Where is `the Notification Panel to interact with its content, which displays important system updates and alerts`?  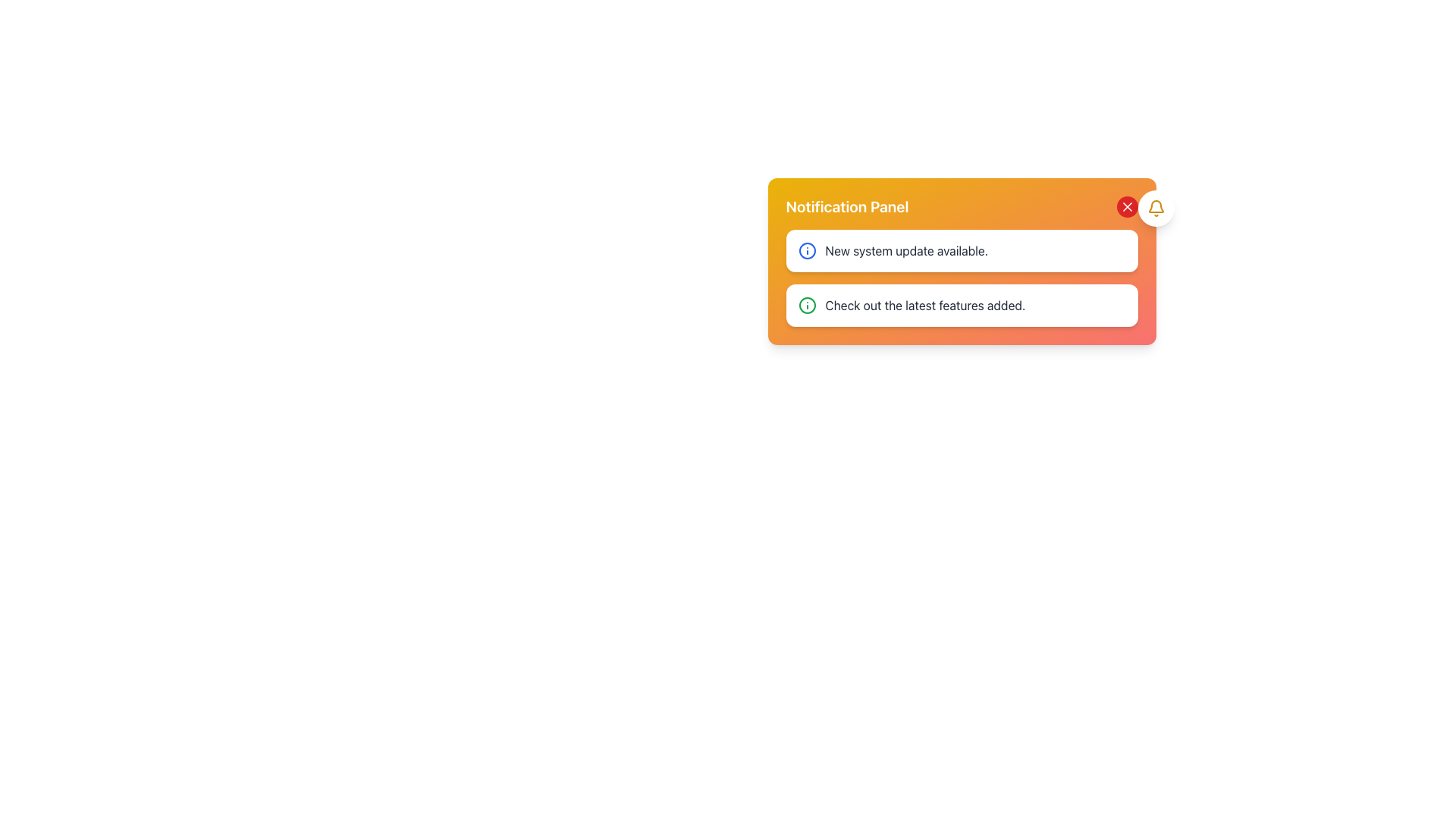
the Notification Panel to interact with its content, which displays important system updates and alerts is located at coordinates (961, 260).